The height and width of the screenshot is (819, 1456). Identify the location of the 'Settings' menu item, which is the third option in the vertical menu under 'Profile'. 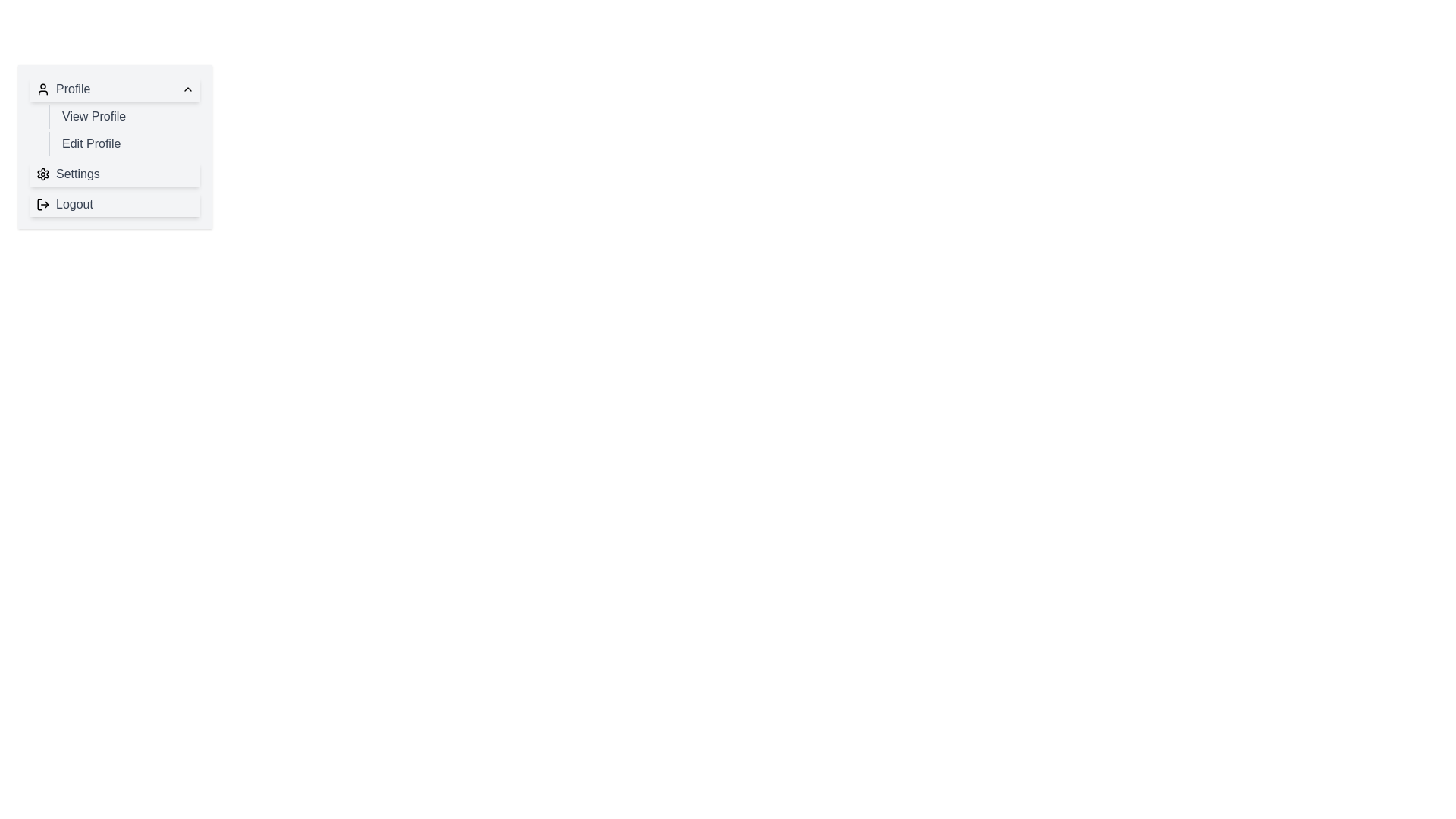
(115, 174).